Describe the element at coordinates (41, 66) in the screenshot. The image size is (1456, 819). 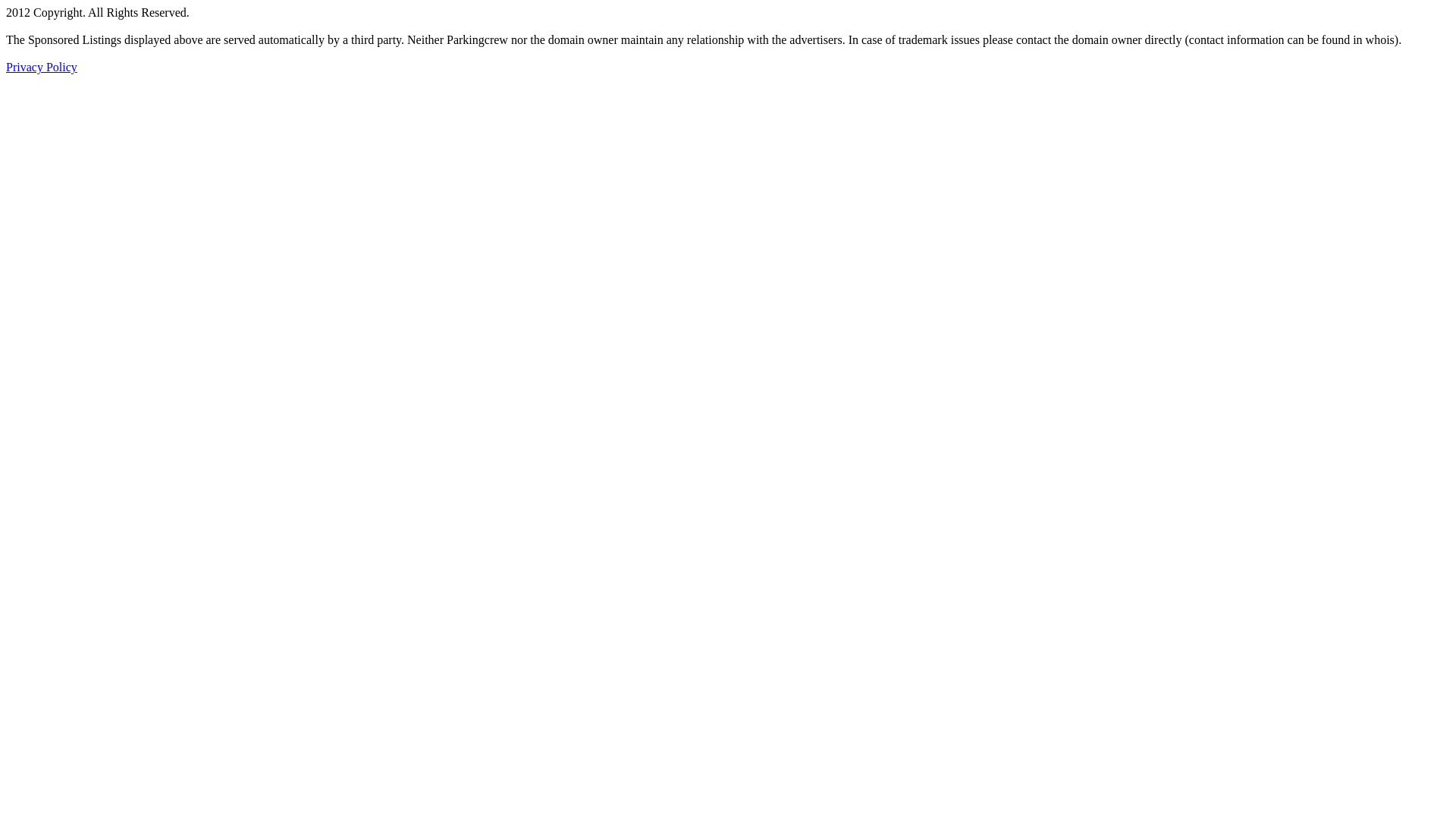
I see `'Privacy Policy'` at that location.